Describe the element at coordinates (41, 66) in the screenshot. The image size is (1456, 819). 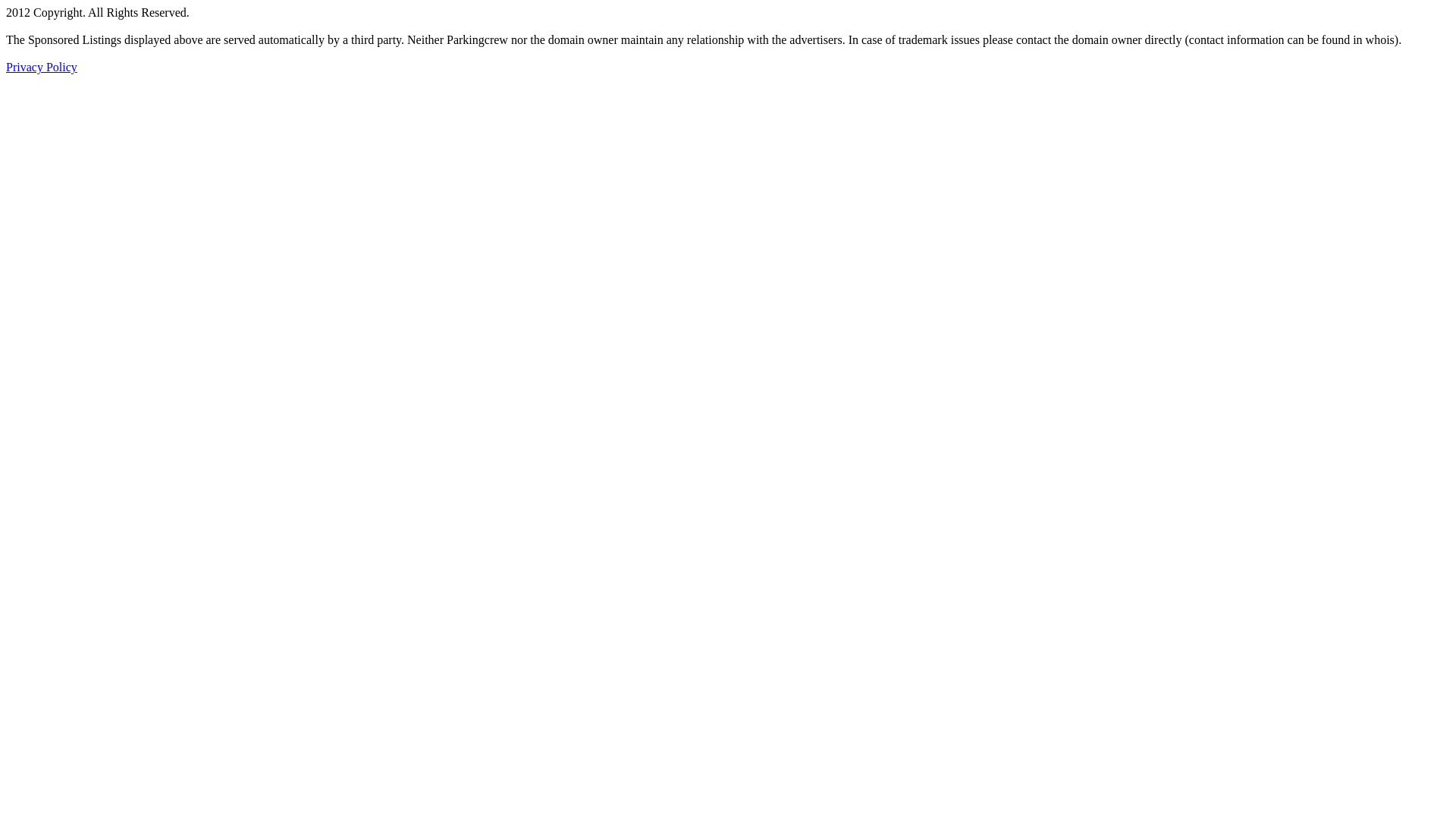
I see `'Privacy Policy'` at that location.